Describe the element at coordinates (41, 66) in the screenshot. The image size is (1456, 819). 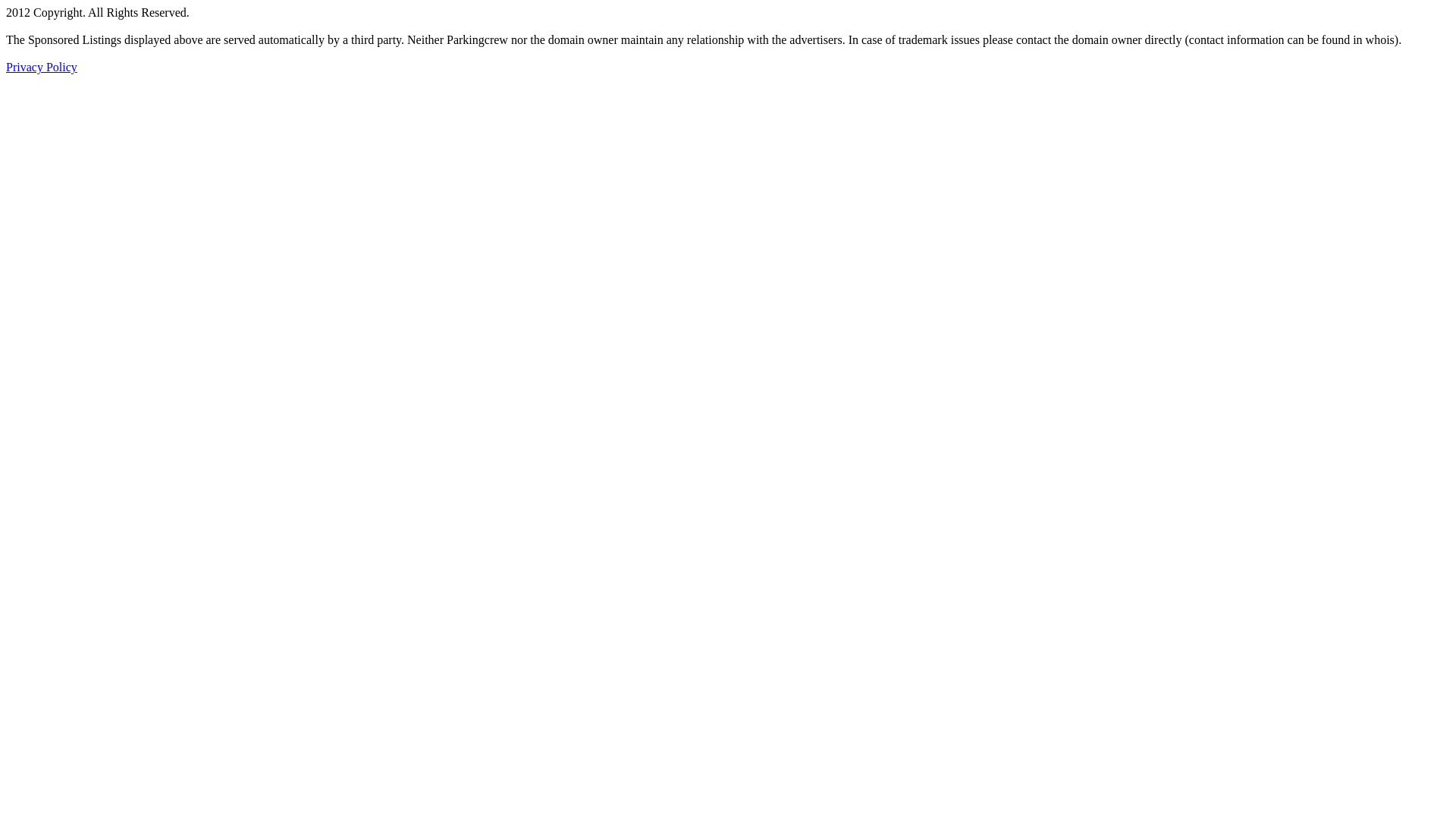
I see `'Privacy Policy'` at that location.